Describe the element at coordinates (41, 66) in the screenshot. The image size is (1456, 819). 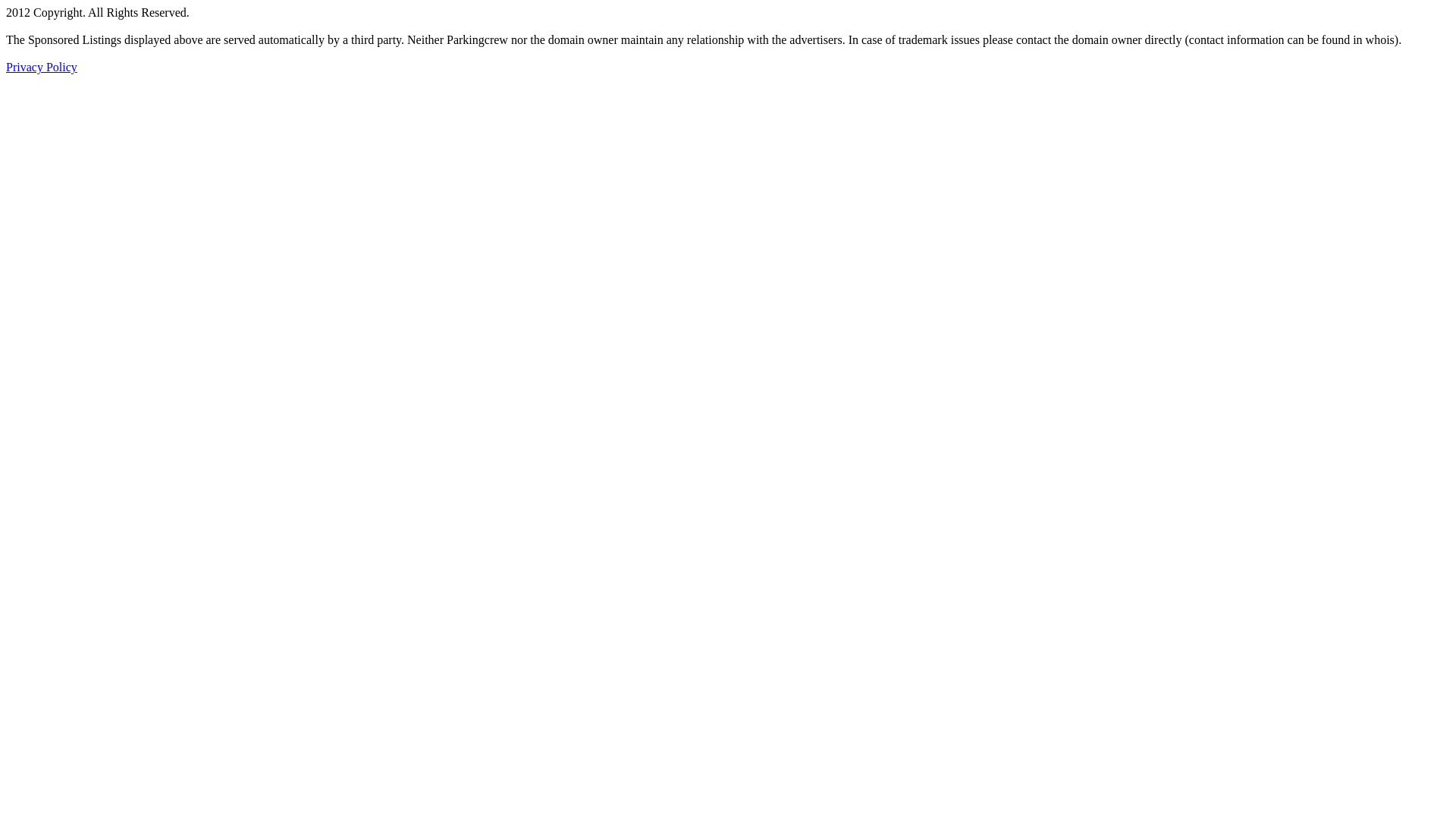
I see `'Privacy Policy'` at that location.